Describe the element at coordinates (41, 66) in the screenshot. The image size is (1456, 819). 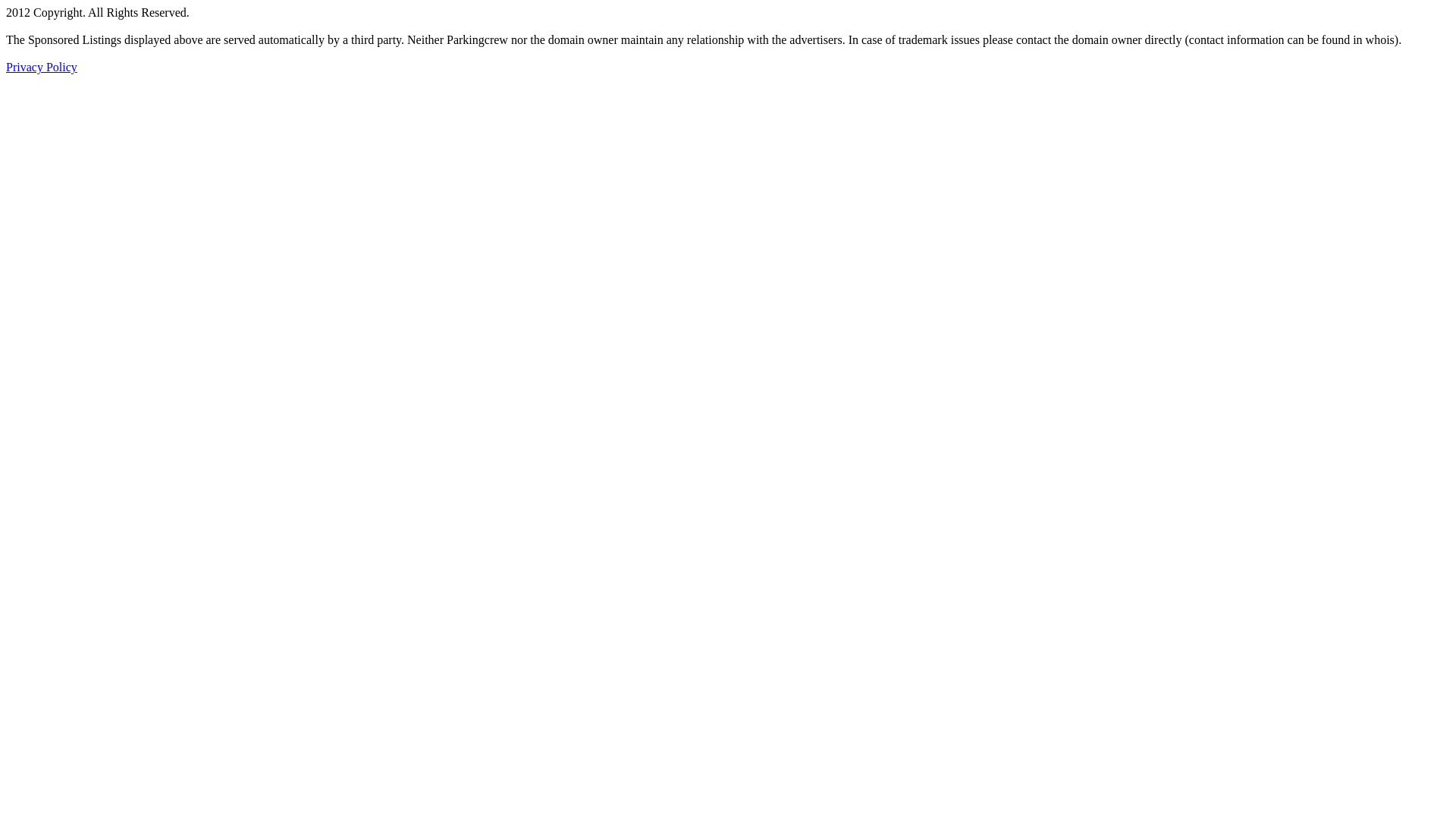
I see `'Privacy Policy'` at that location.